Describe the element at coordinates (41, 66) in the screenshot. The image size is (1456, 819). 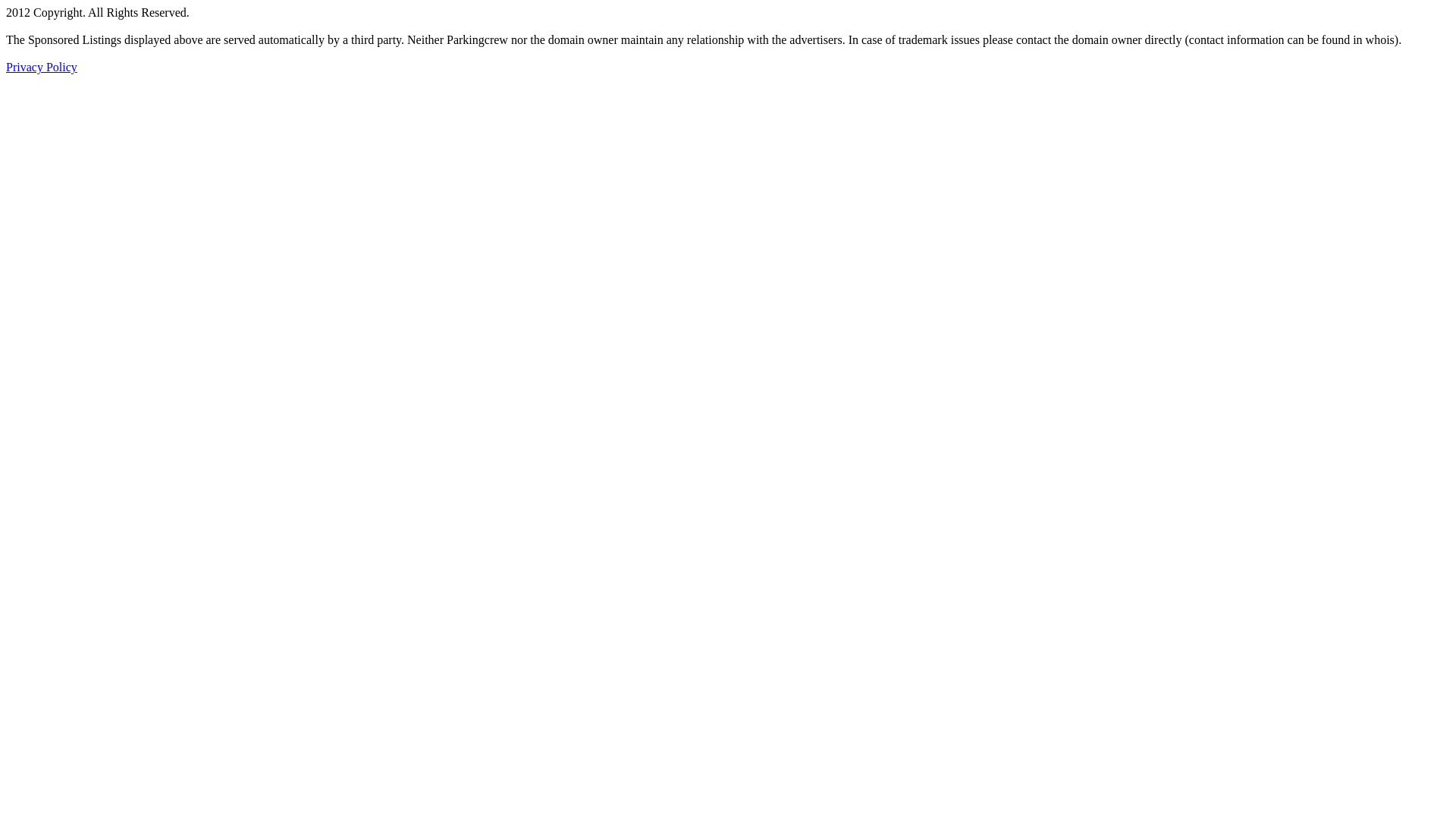
I see `'Privacy Policy'` at that location.